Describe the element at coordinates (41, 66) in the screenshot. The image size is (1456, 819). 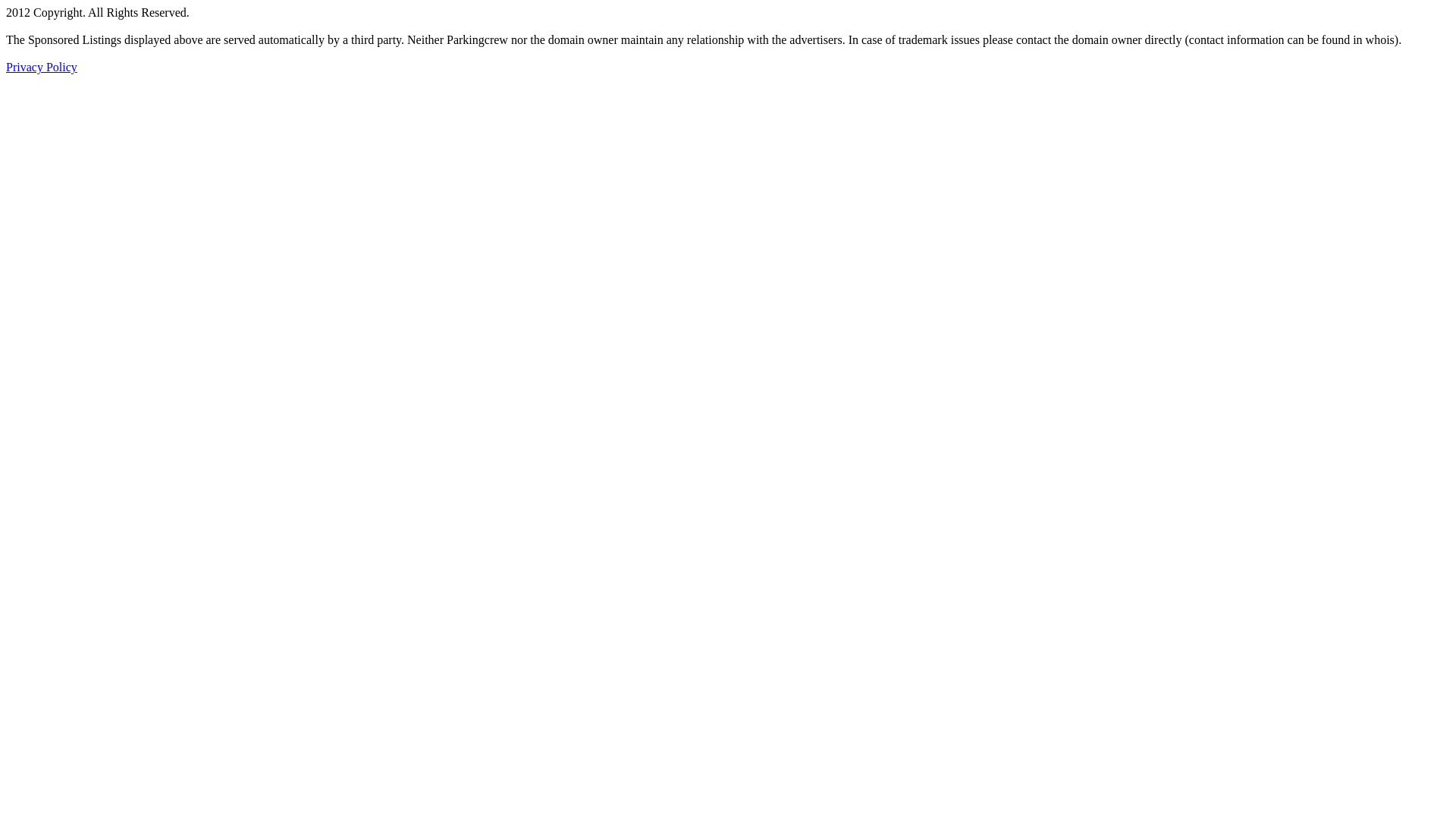
I see `'Privacy Policy'` at that location.